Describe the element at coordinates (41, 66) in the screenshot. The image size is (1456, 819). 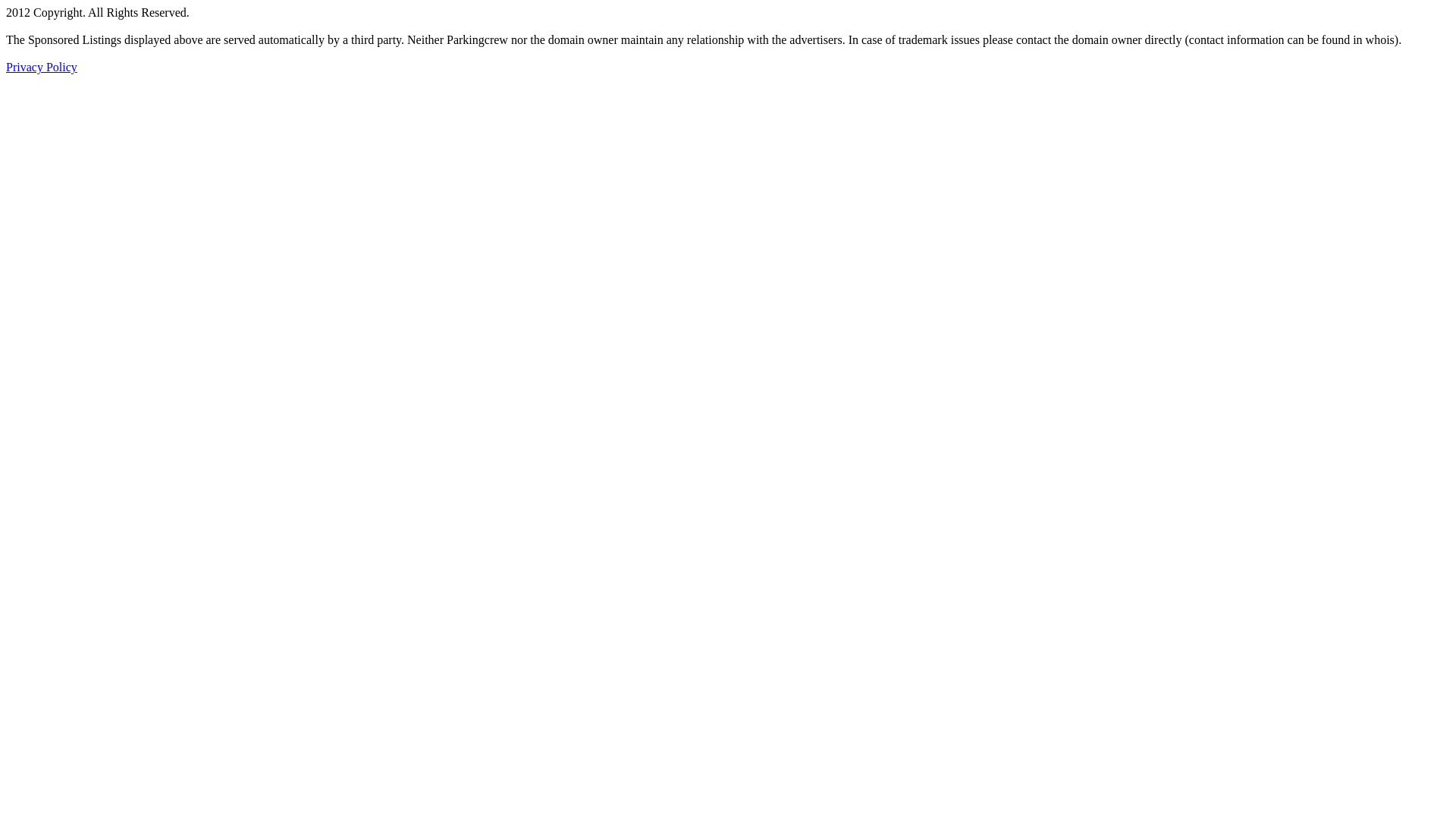
I see `'Privacy Policy'` at that location.